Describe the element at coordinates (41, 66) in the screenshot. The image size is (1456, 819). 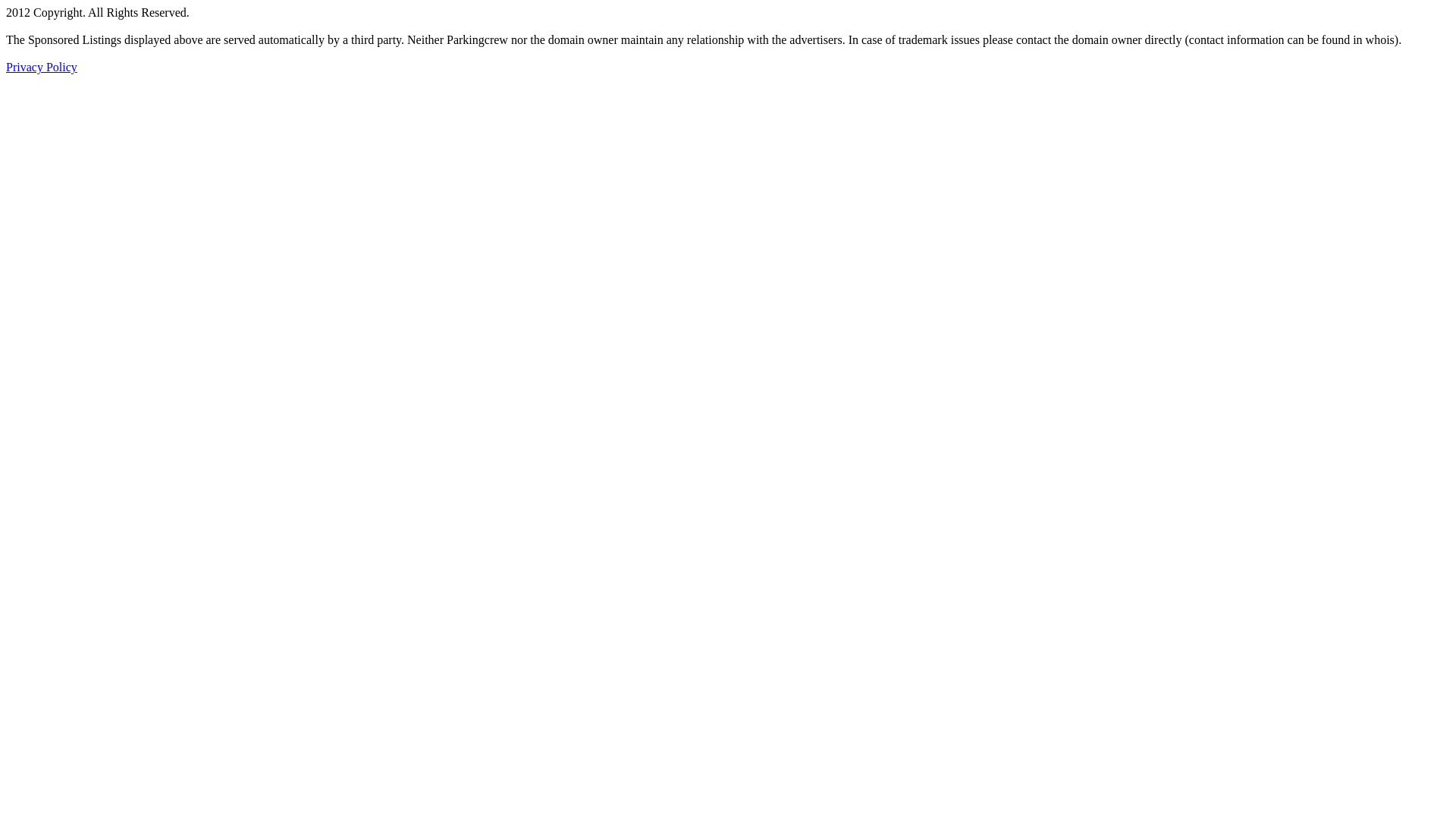
I see `'Privacy Policy'` at that location.